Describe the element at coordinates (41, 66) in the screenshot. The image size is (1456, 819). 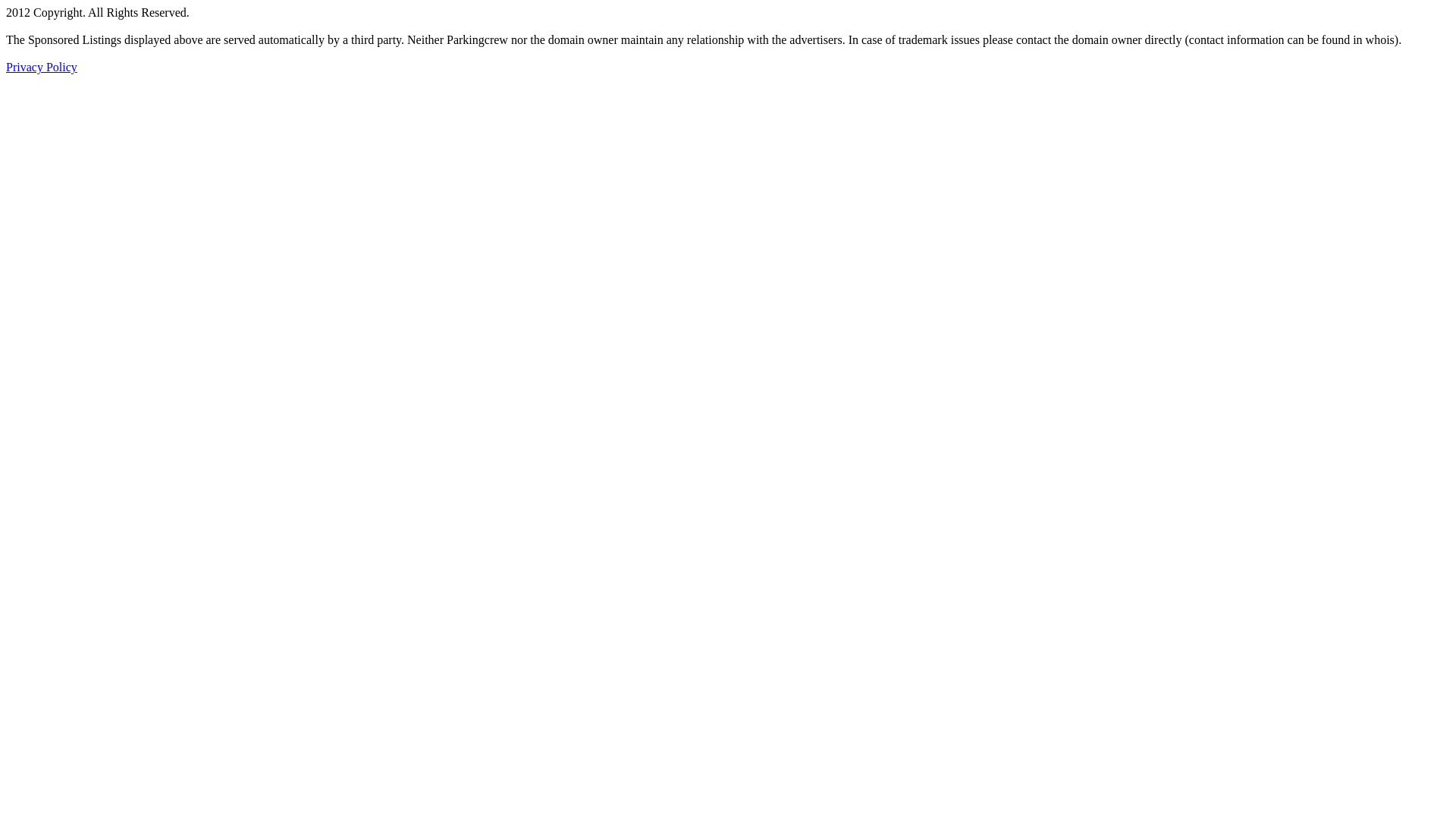
I see `'Privacy Policy'` at that location.